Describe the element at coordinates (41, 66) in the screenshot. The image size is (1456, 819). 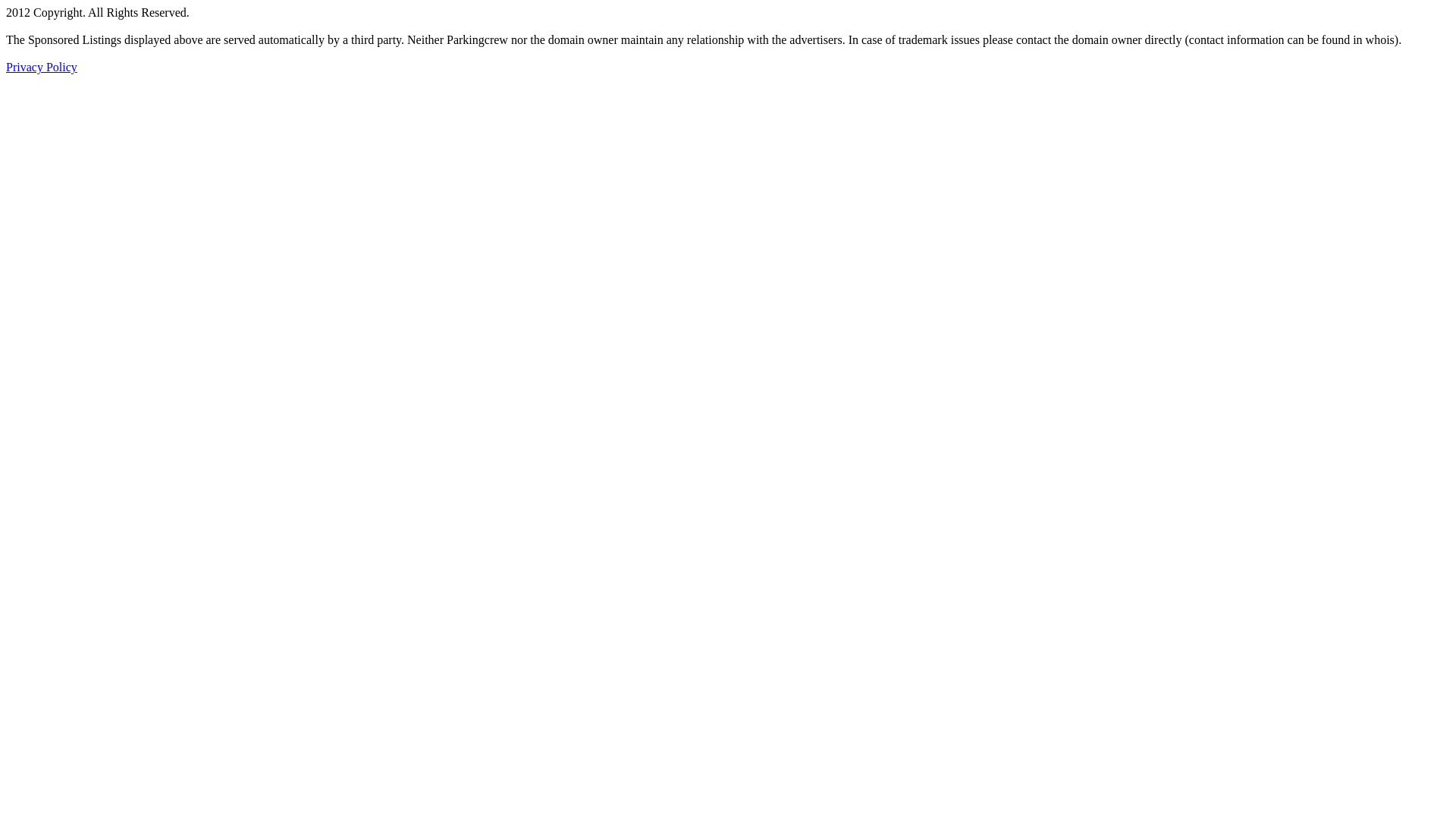
I see `'Privacy Policy'` at that location.